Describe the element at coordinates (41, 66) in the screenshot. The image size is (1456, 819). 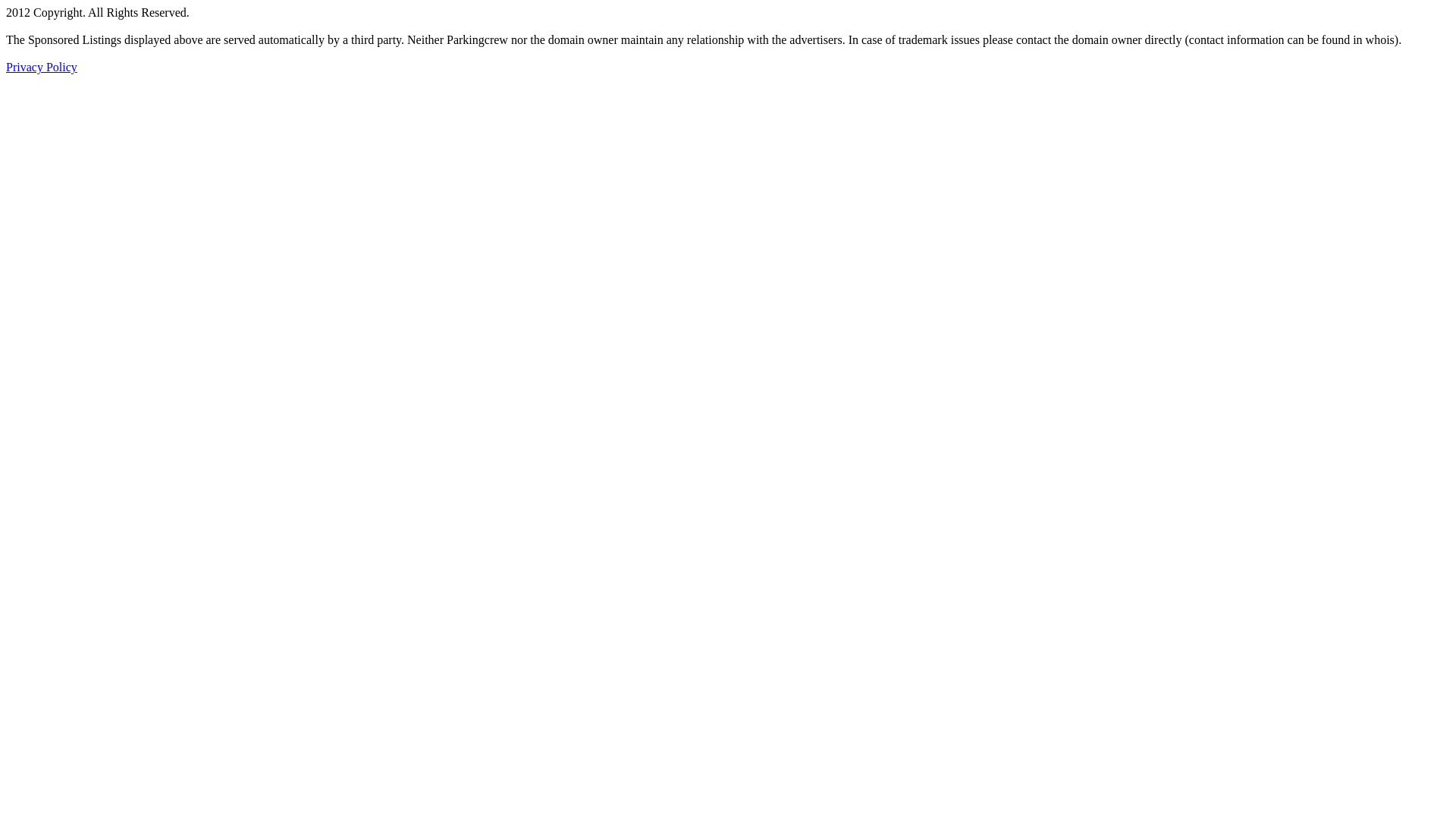
I see `'Privacy Policy'` at that location.